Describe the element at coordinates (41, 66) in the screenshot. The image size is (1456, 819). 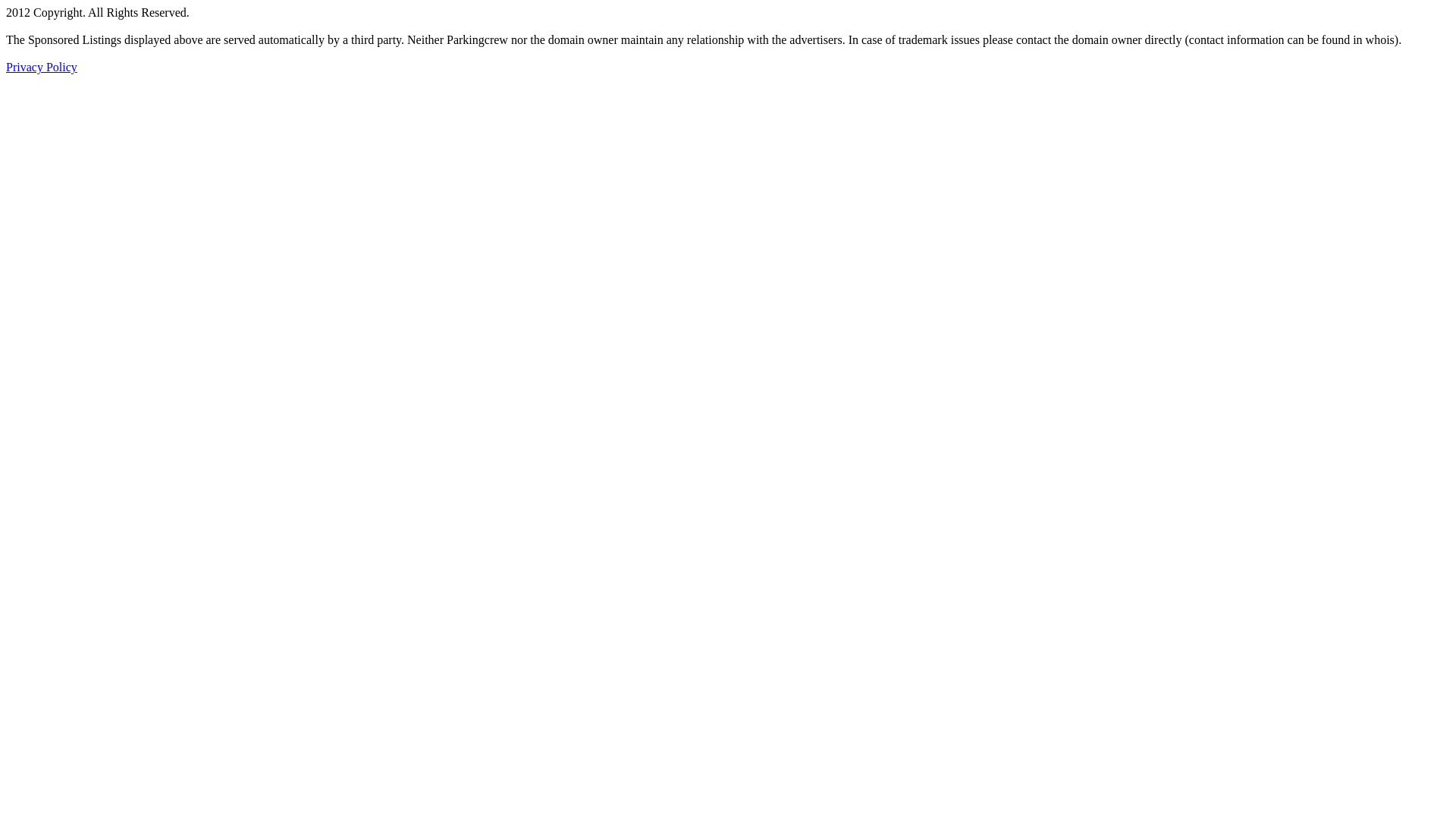
I see `'Privacy Policy'` at that location.